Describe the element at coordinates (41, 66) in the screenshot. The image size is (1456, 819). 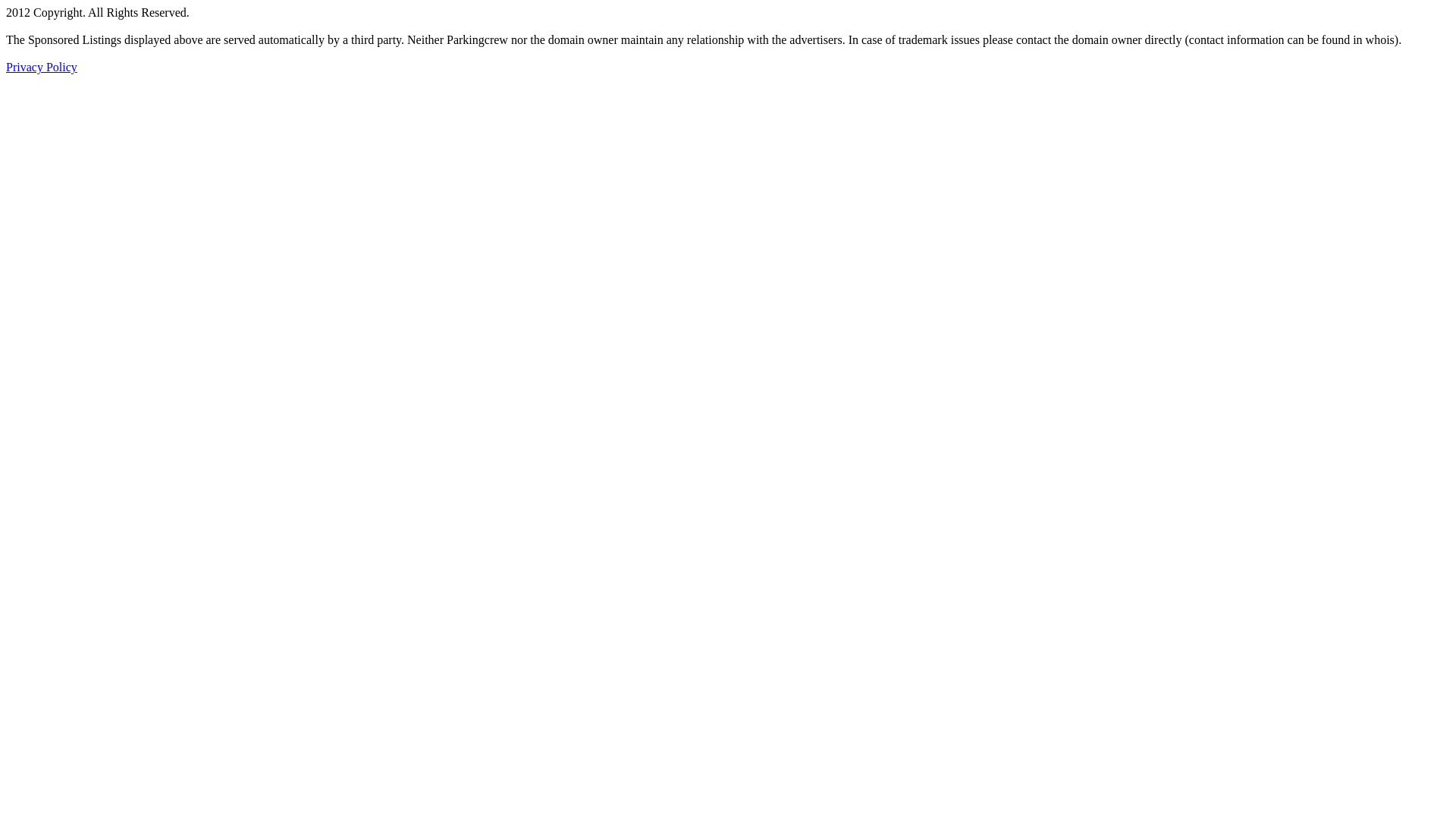
I see `'Privacy Policy'` at that location.